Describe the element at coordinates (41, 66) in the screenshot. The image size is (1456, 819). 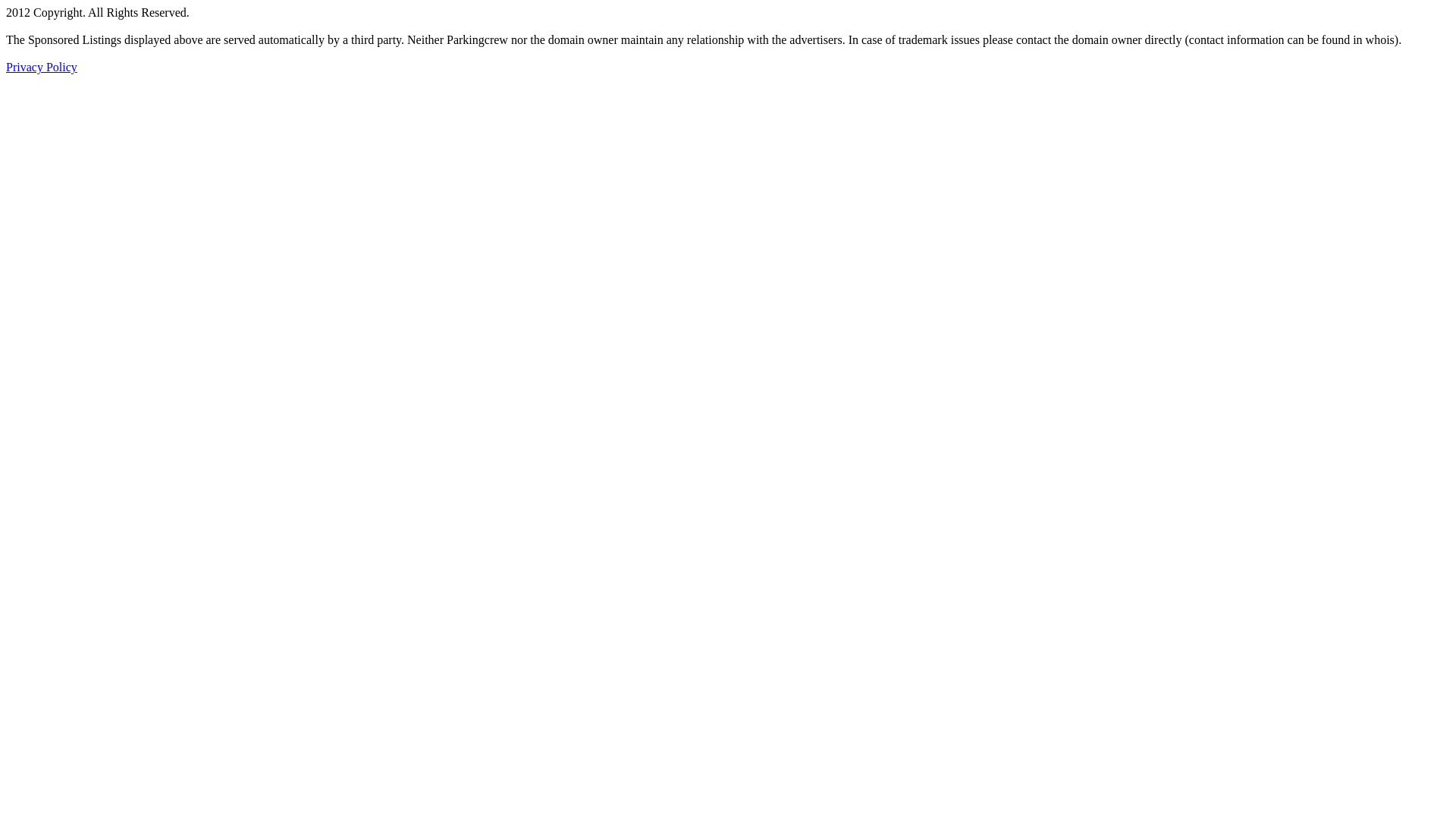
I see `'Privacy Policy'` at that location.